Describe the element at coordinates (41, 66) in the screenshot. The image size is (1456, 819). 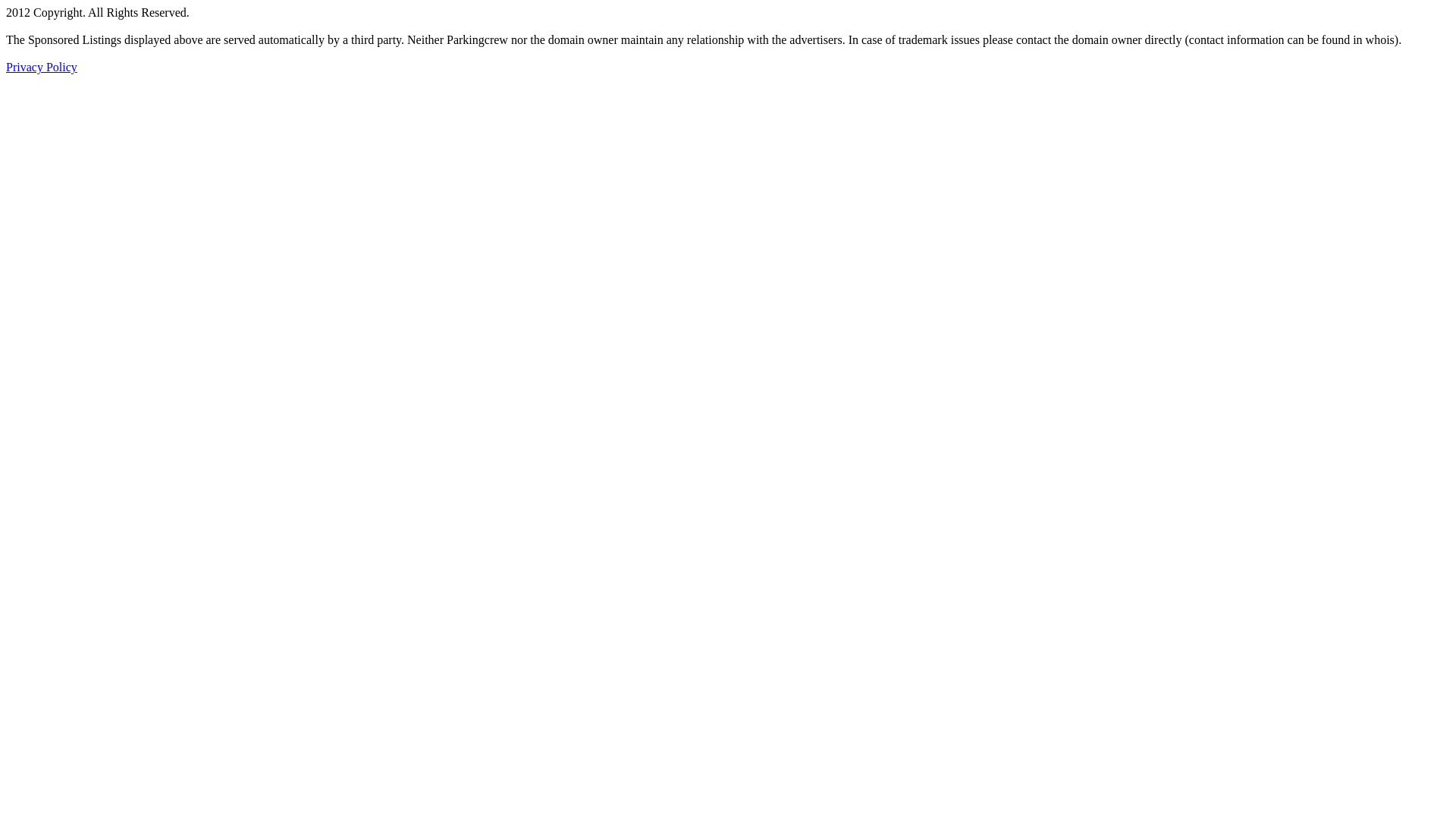
I see `'Privacy Policy'` at that location.